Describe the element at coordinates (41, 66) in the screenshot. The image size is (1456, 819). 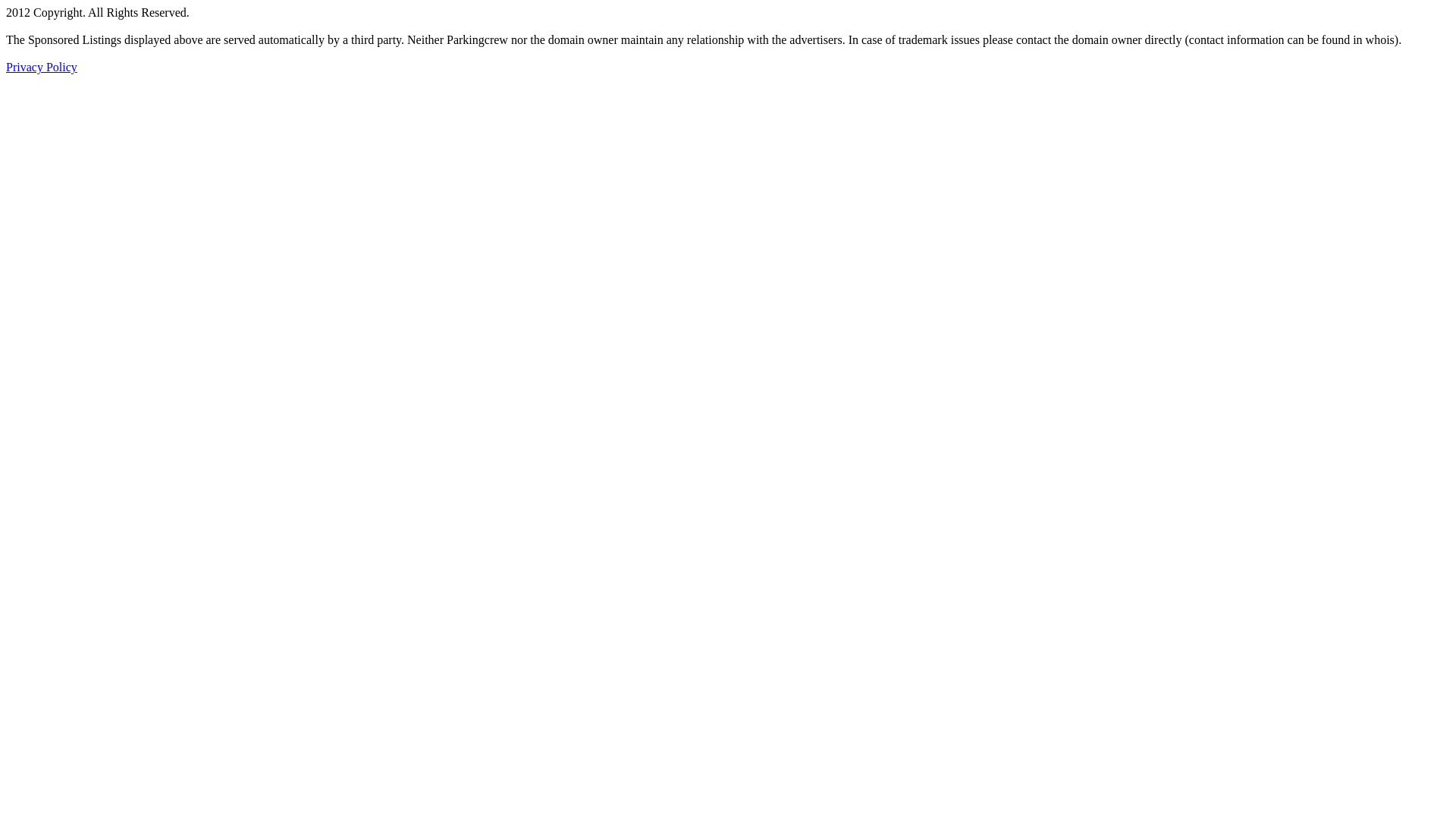
I see `'Privacy Policy'` at that location.